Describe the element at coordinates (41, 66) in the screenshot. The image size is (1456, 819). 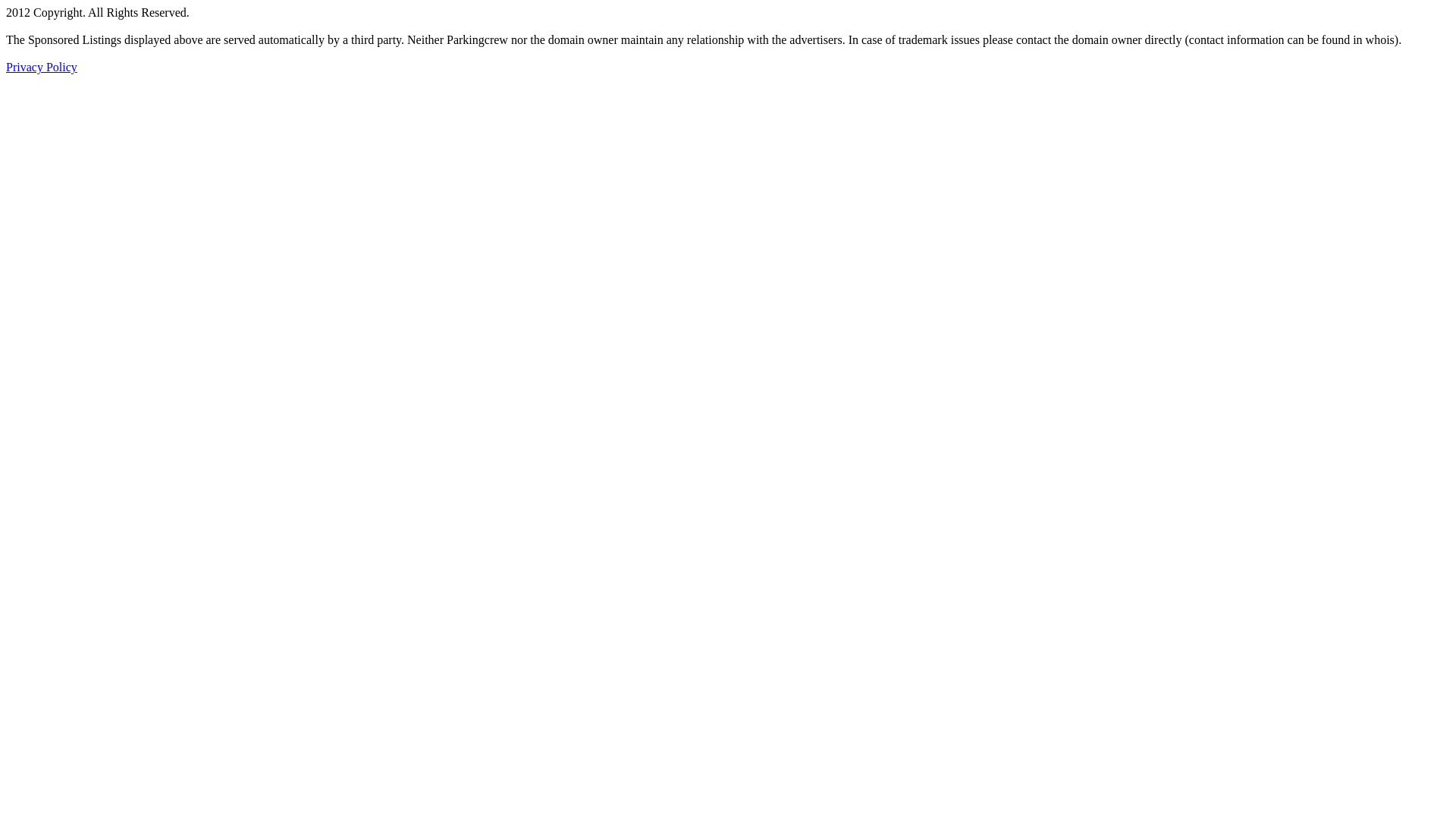
I see `'Privacy Policy'` at that location.